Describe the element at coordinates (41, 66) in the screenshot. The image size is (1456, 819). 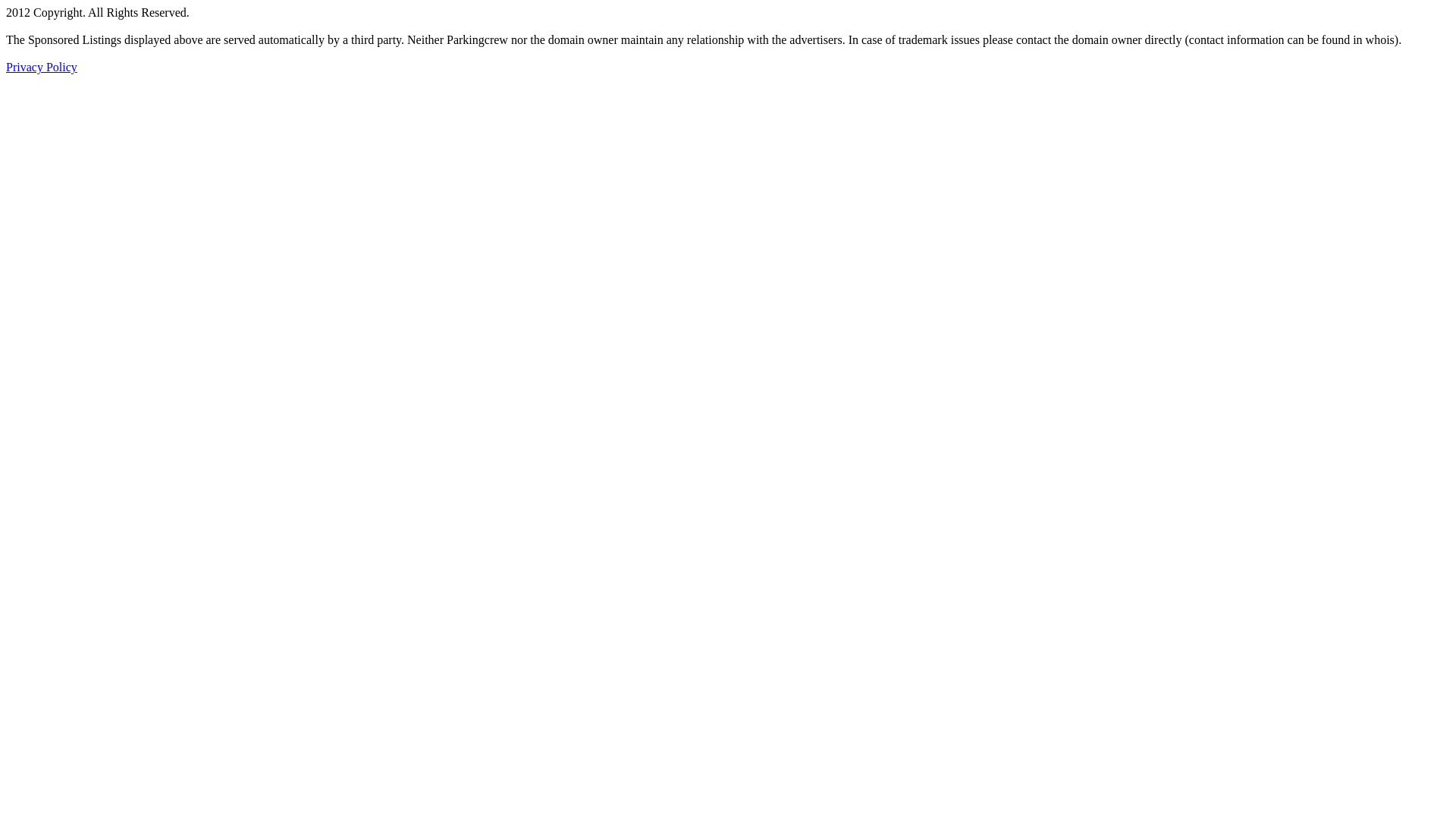
I see `'Privacy Policy'` at that location.